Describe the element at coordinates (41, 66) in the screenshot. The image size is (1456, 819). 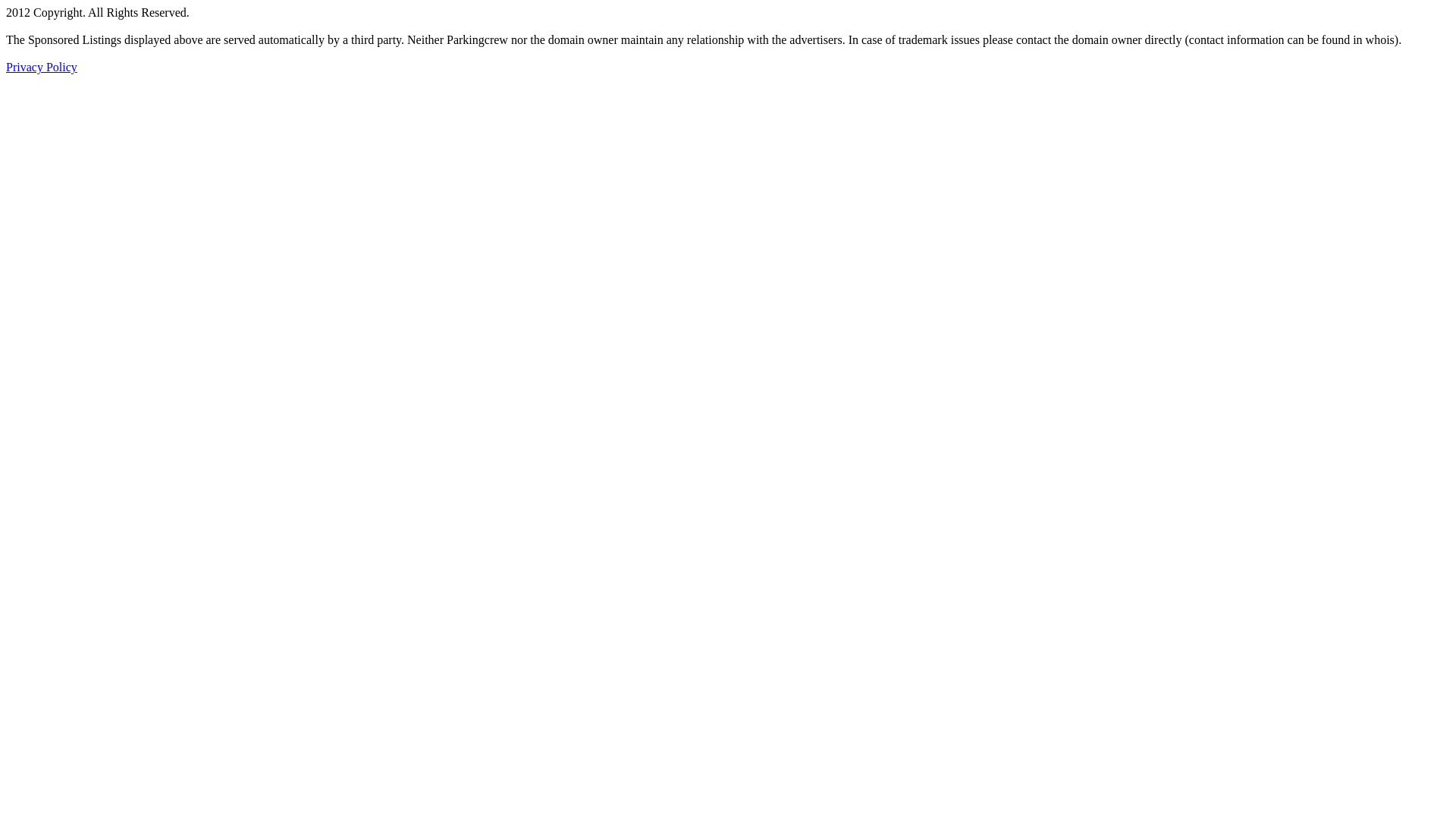
I see `'Privacy Policy'` at that location.